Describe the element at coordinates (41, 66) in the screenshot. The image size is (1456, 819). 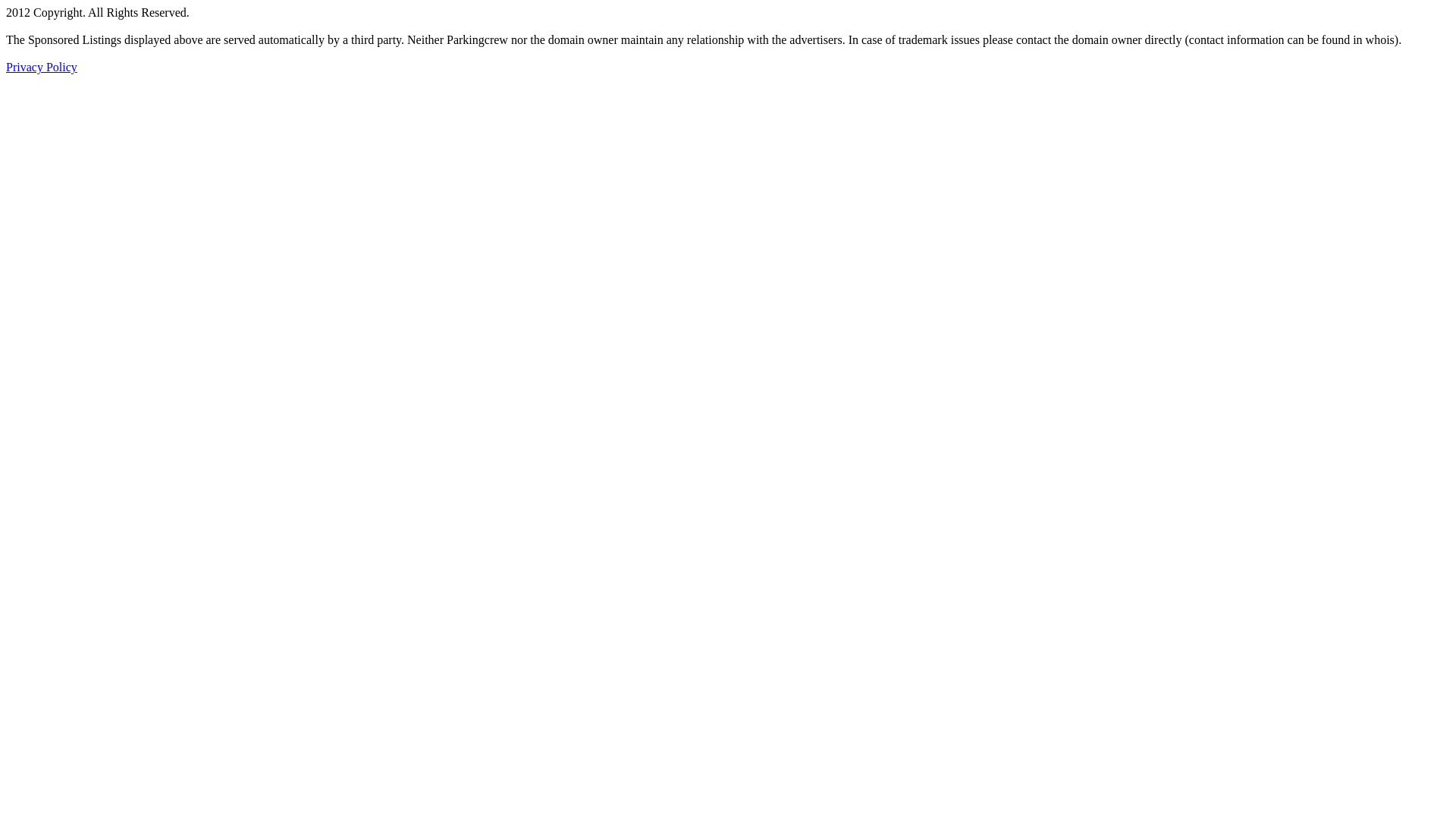
I see `'Privacy Policy'` at that location.